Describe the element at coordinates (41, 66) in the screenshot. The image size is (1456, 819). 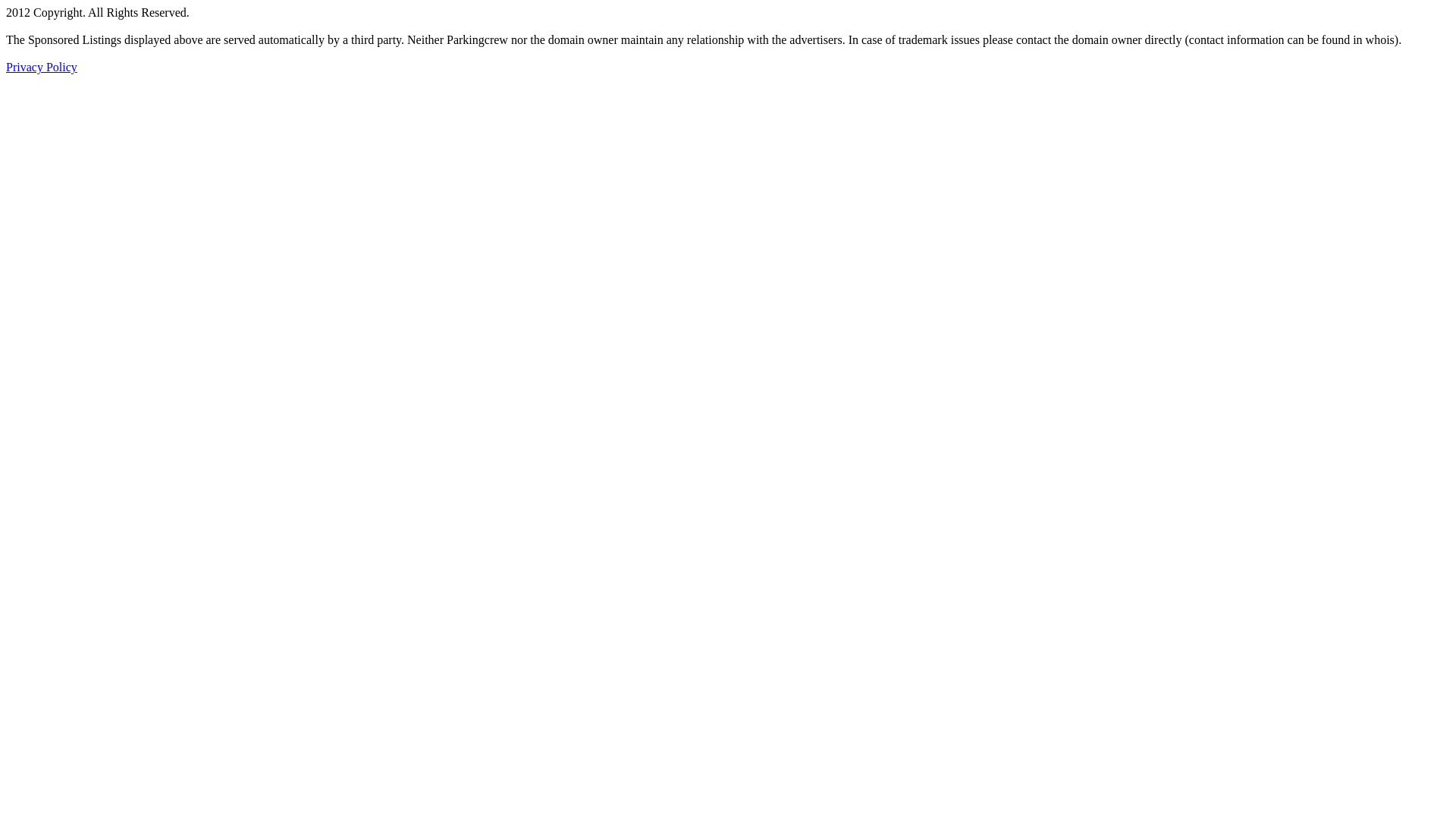
I see `'Privacy Policy'` at that location.